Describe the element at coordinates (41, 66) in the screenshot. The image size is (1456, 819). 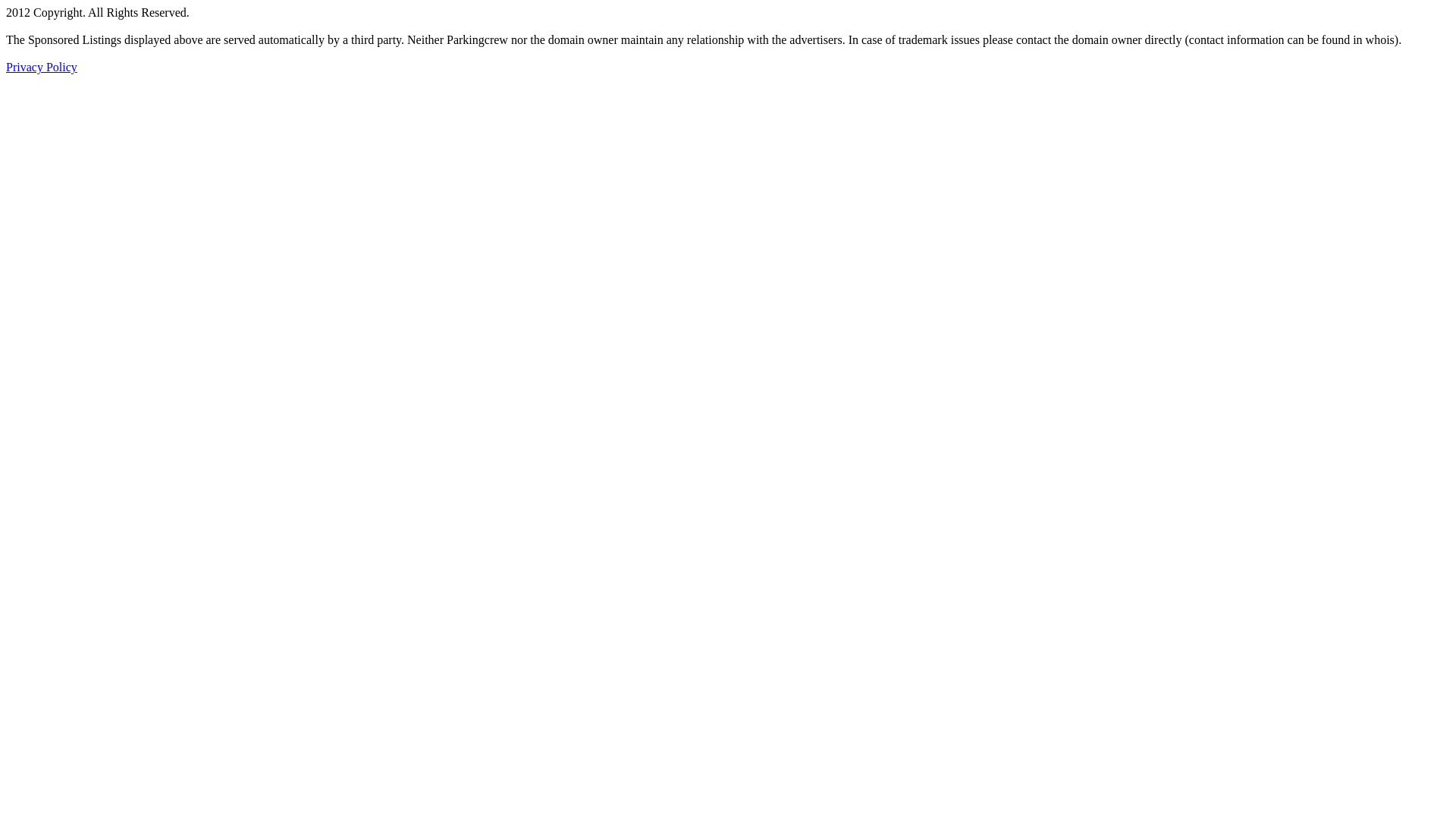
I see `'Privacy Policy'` at that location.